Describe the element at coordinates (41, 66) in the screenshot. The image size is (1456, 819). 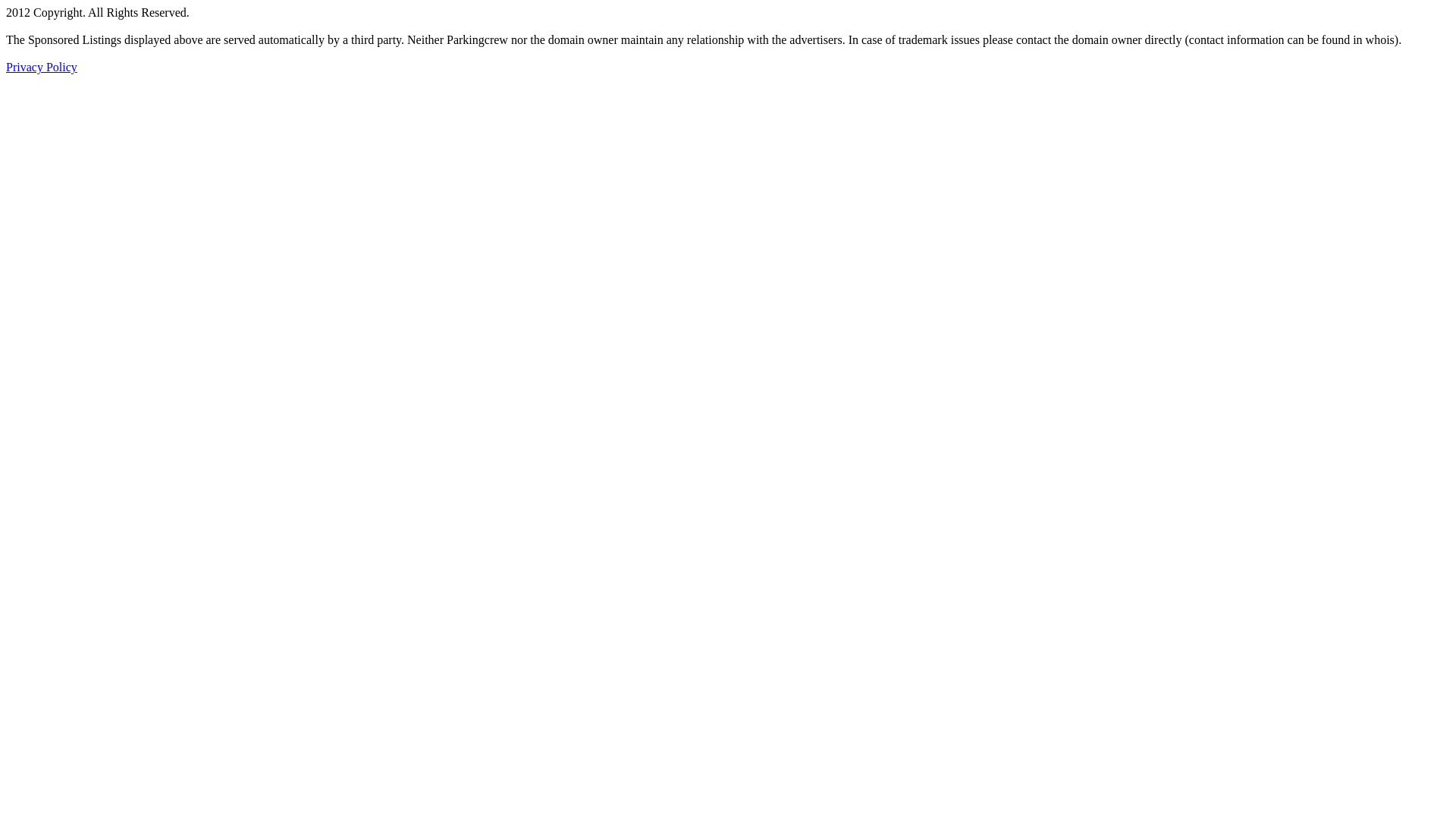
I see `'Privacy Policy'` at that location.